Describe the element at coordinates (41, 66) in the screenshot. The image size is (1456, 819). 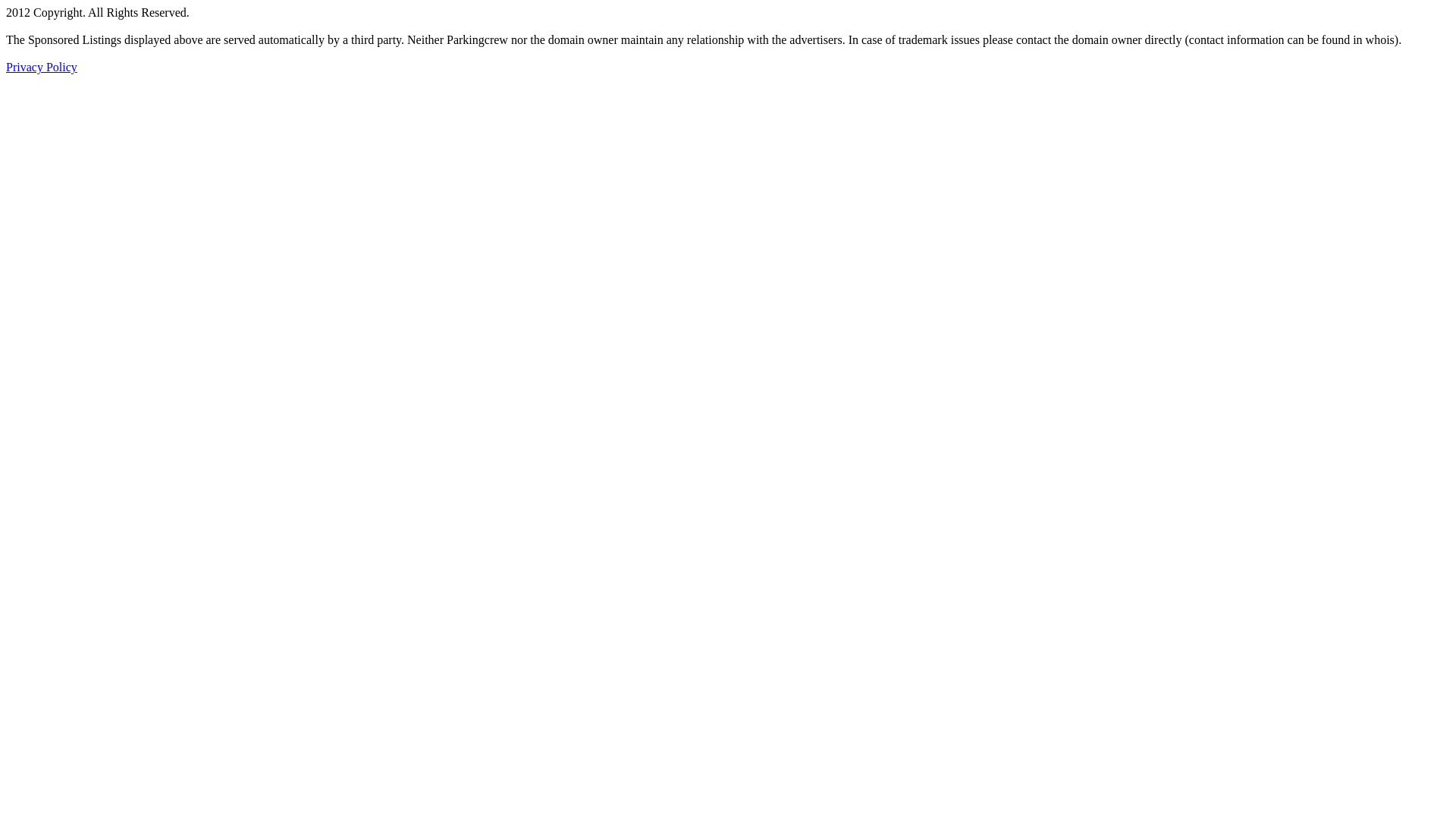
I see `'Privacy Policy'` at that location.